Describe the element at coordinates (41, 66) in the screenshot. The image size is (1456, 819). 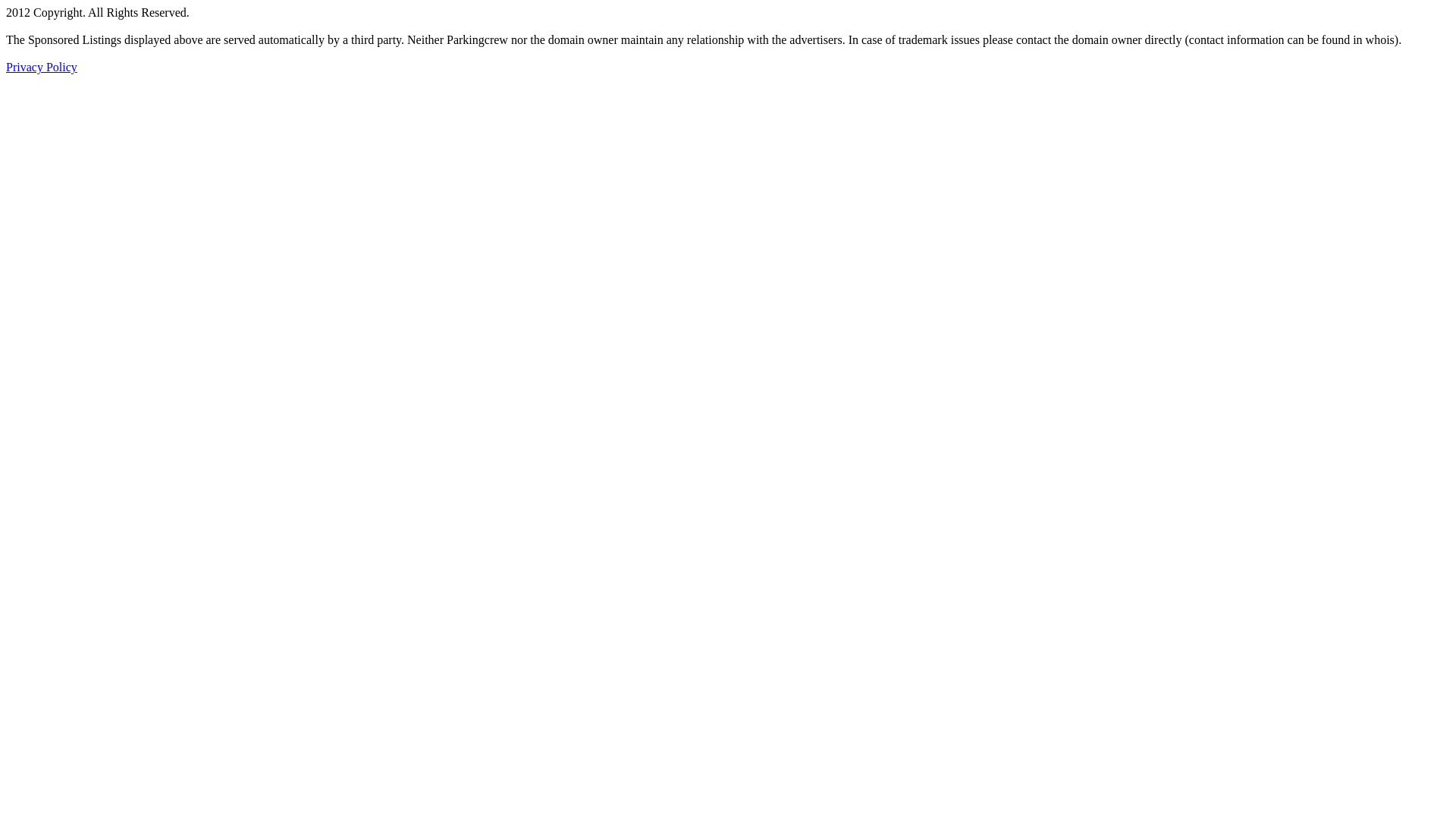
I see `'Privacy Policy'` at that location.